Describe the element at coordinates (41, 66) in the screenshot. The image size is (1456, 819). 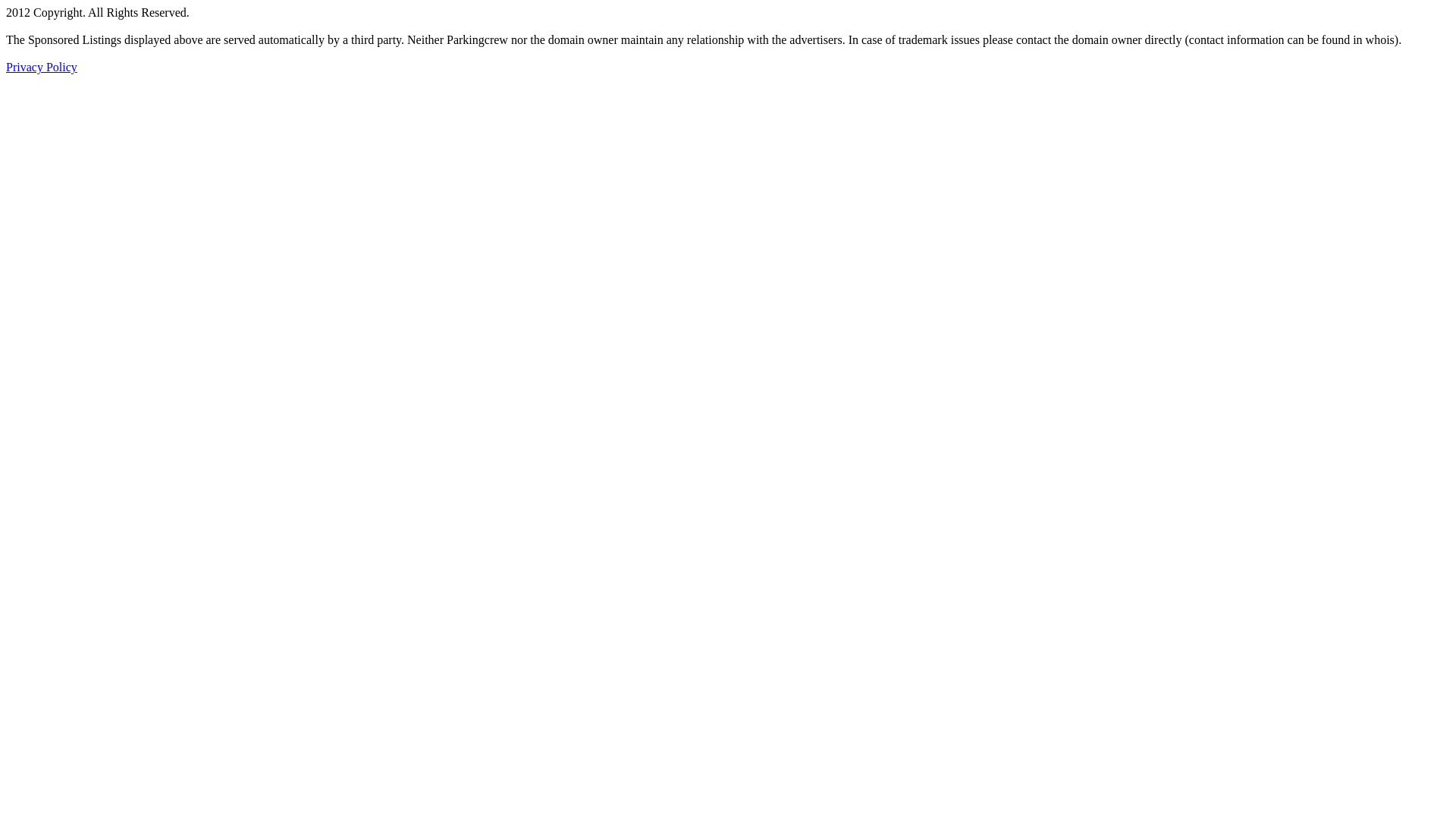
I see `'Privacy Policy'` at that location.